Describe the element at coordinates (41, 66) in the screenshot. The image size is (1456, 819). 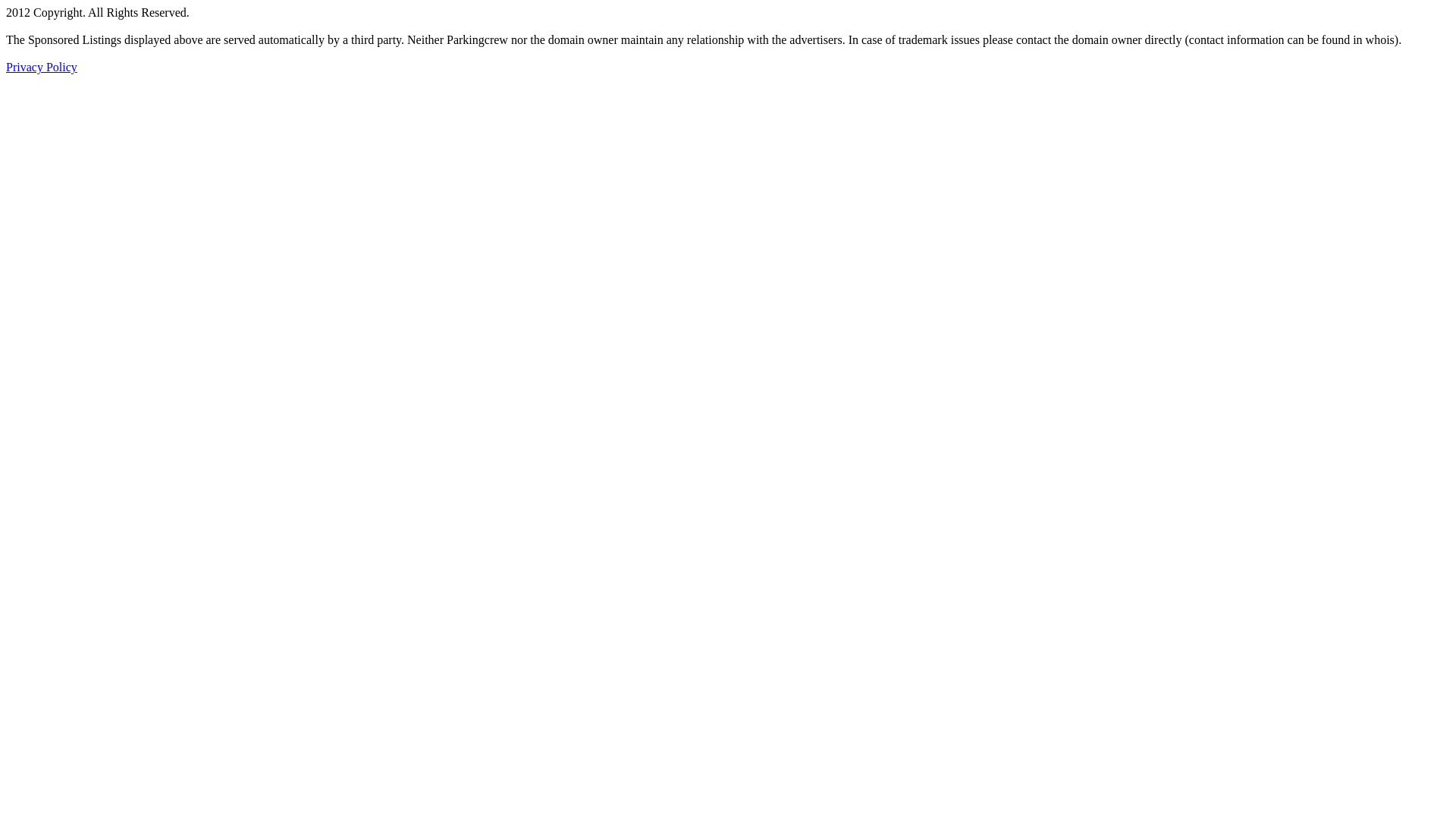
I see `'Privacy Policy'` at that location.